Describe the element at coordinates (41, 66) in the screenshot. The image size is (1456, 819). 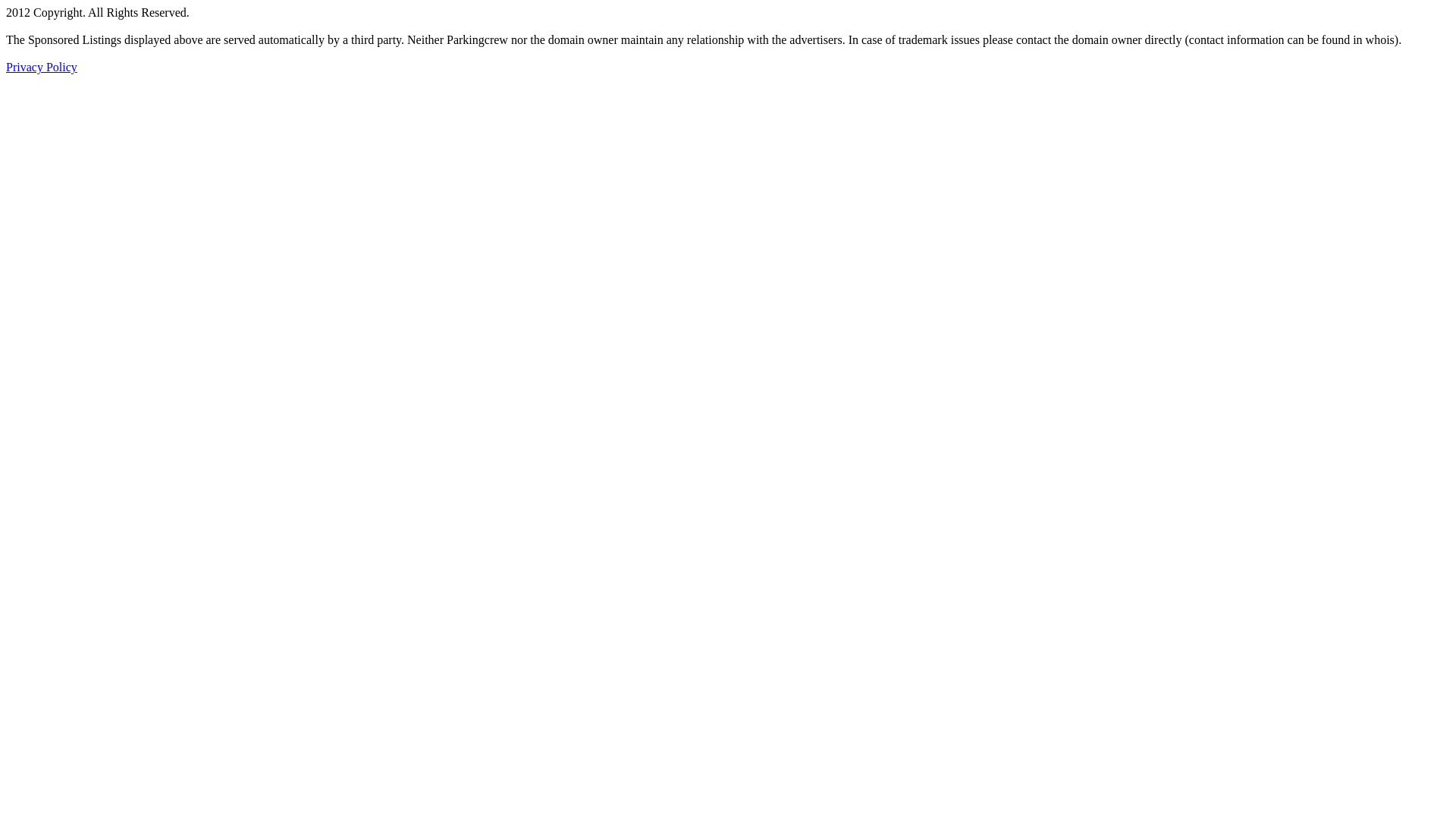
I see `'Privacy Policy'` at that location.